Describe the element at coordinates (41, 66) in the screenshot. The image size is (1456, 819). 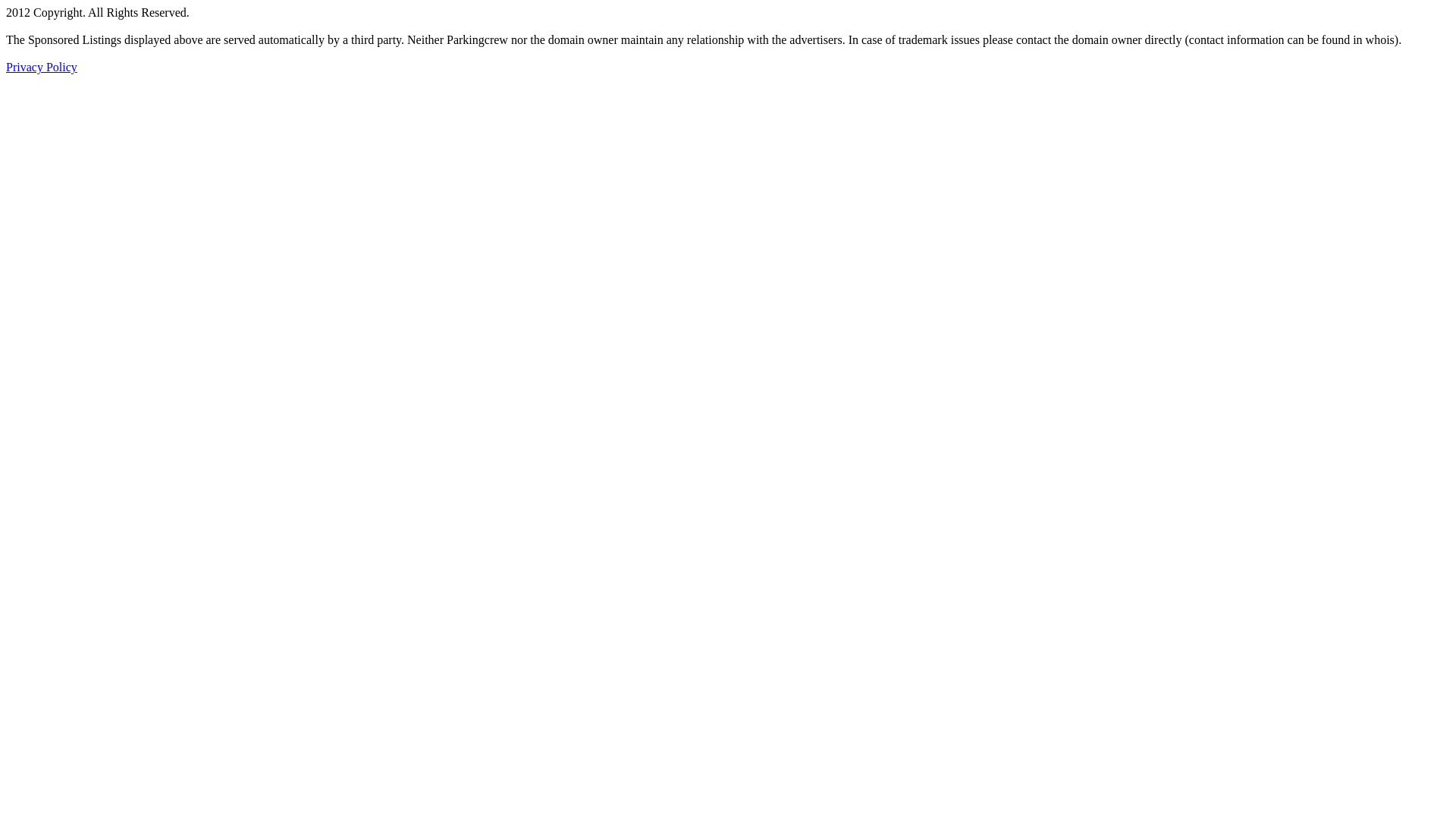
I see `'Privacy Policy'` at that location.